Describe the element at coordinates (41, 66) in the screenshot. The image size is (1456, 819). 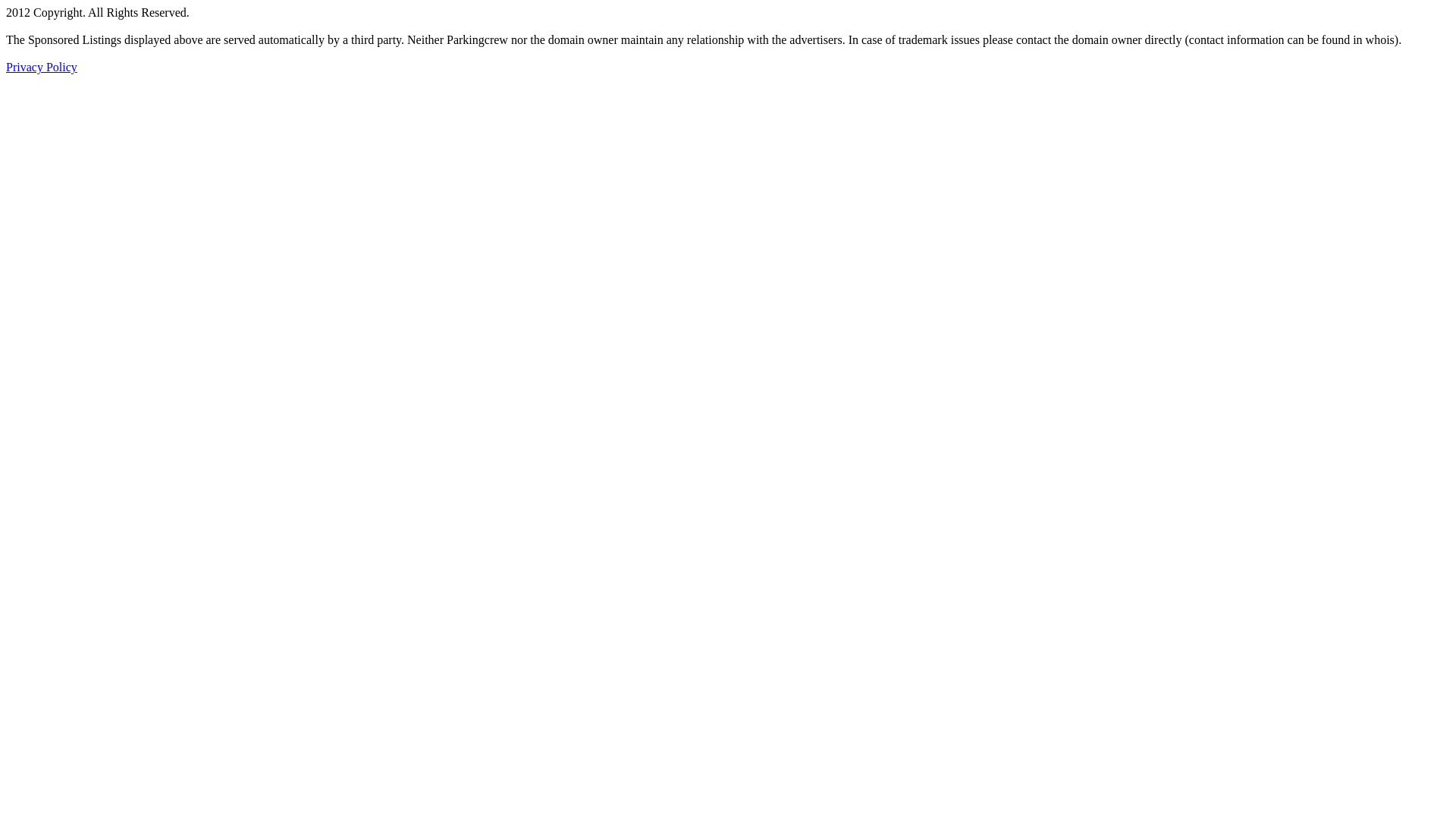
I see `'Privacy Policy'` at that location.